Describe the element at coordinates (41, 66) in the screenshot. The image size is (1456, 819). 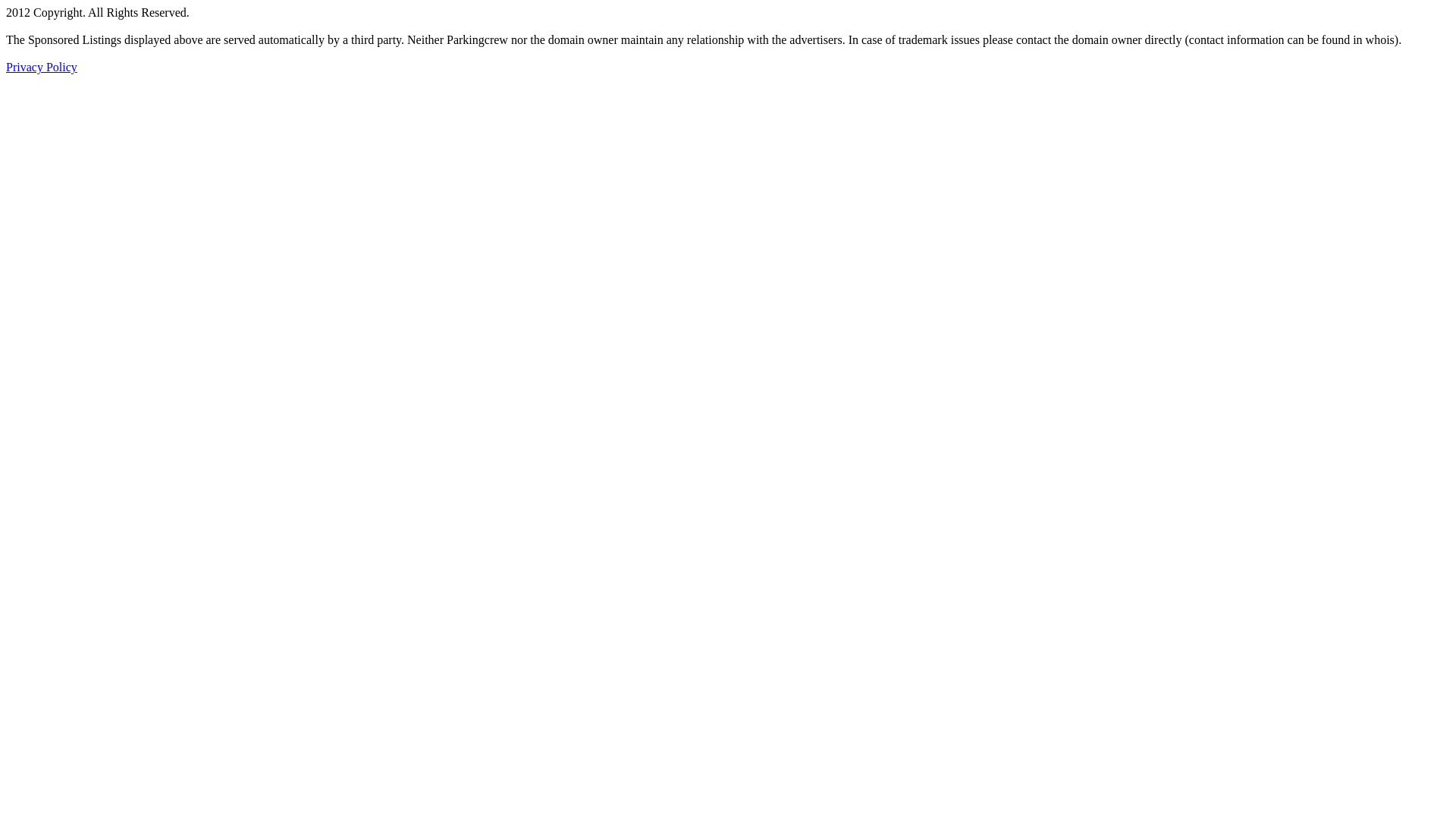
I see `'Privacy Policy'` at that location.